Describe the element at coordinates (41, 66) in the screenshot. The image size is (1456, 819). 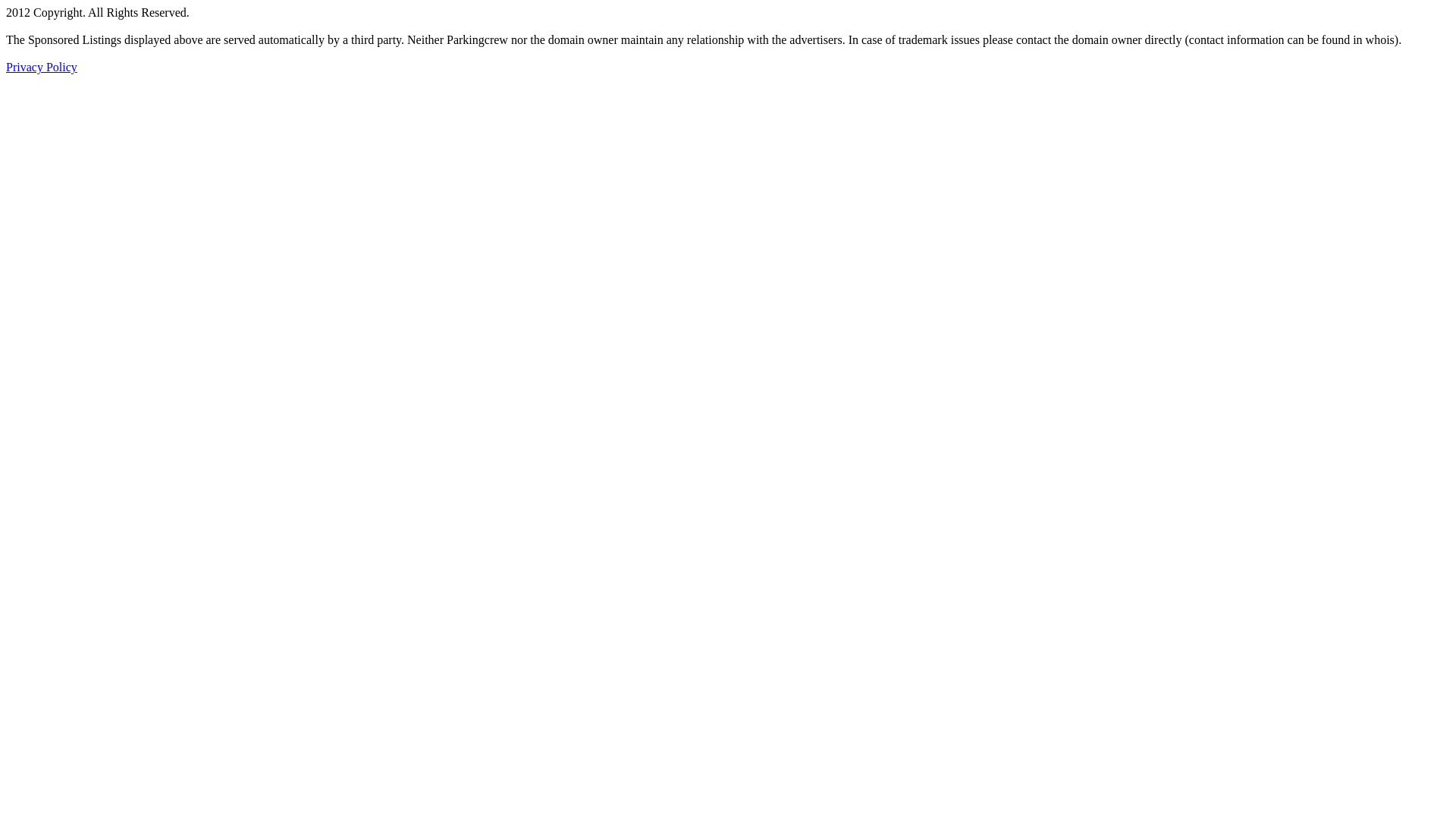
I see `'Privacy Policy'` at that location.